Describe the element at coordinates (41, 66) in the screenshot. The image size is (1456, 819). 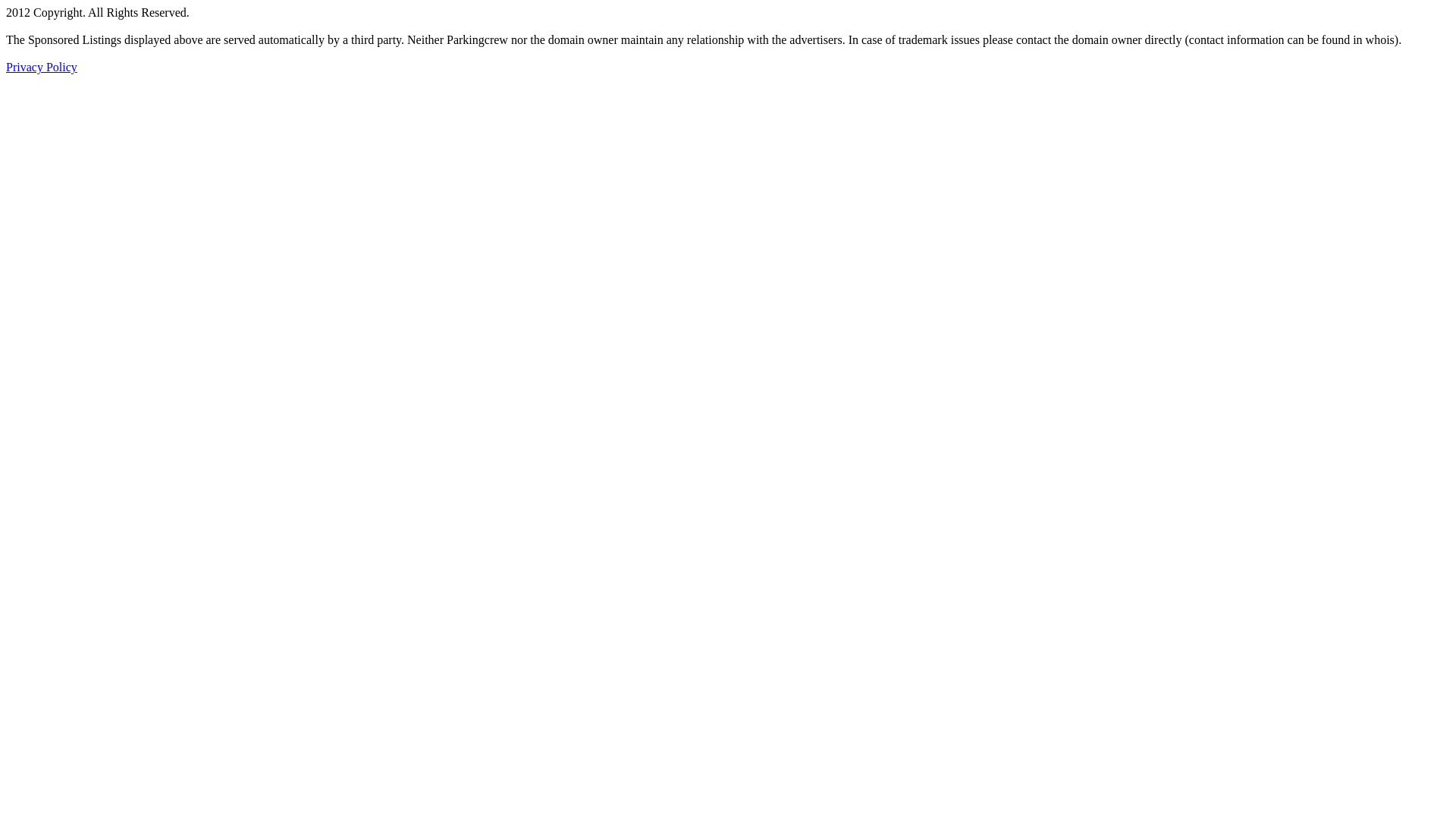
I see `'Privacy Policy'` at that location.